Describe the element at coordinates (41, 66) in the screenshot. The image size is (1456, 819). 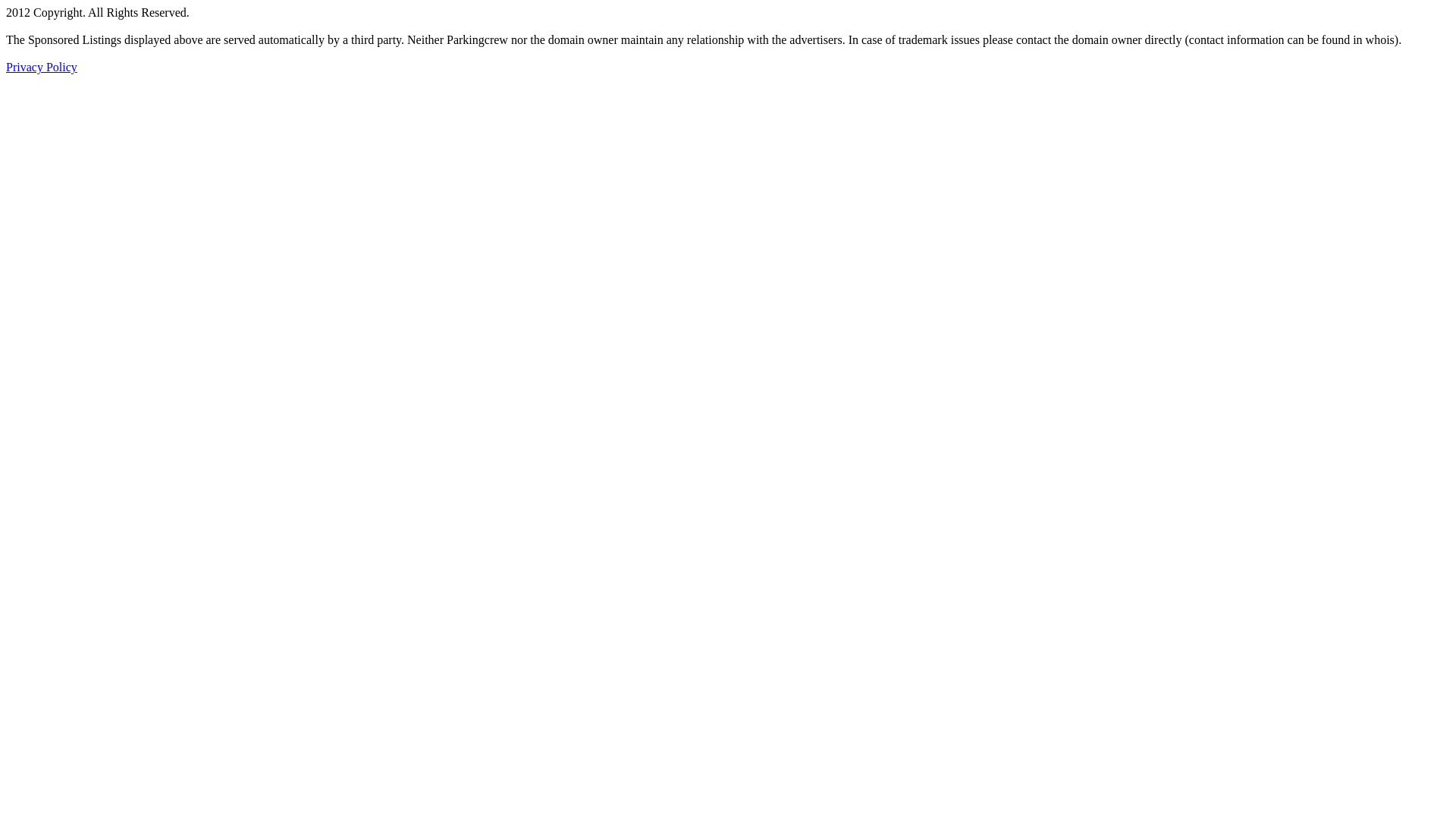
I see `'Privacy Policy'` at that location.